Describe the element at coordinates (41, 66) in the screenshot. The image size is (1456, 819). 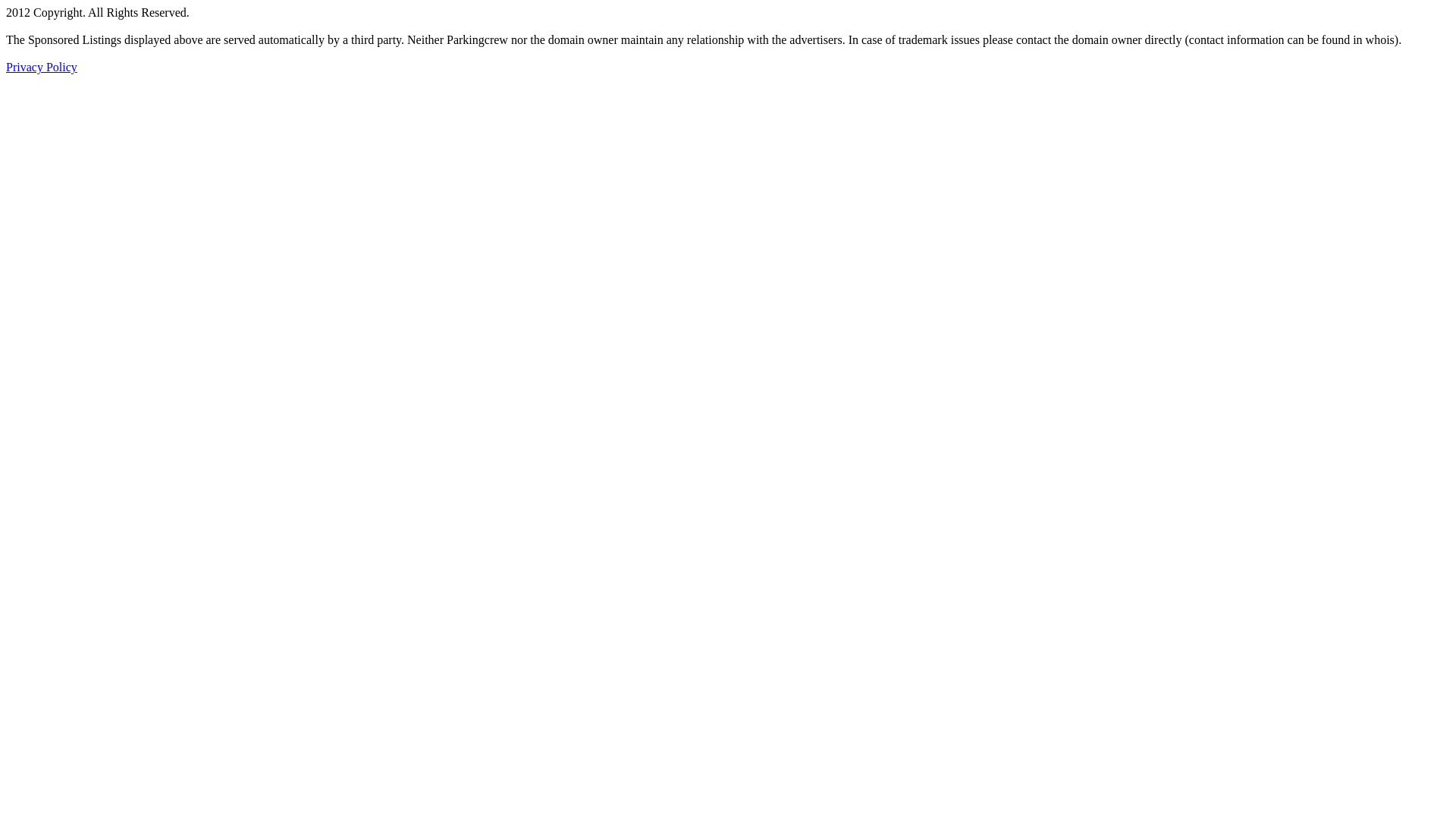
I see `'Privacy Policy'` at that location.